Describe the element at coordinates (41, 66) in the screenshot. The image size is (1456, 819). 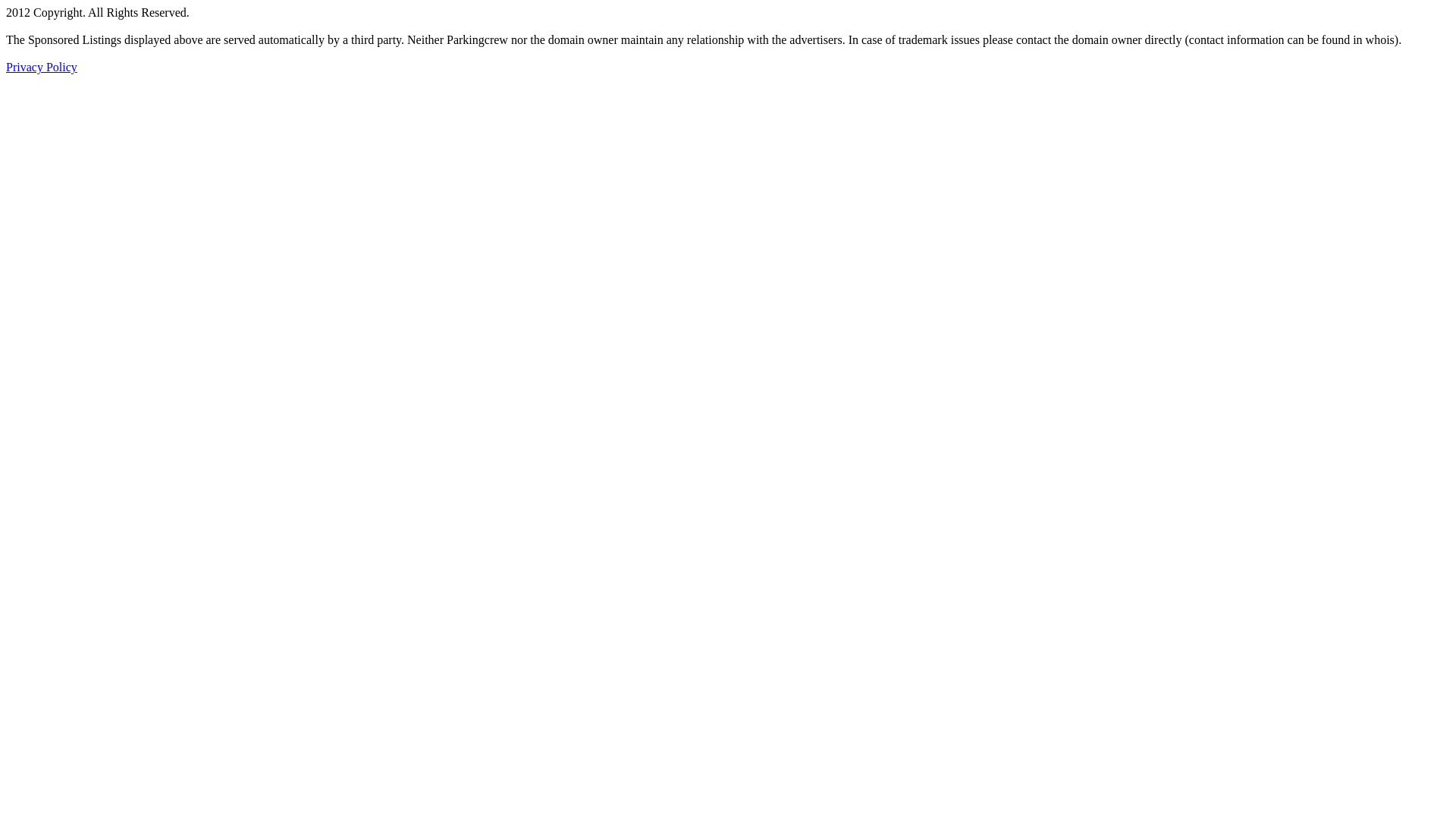
I see `'Privacy Policy'` at that location.